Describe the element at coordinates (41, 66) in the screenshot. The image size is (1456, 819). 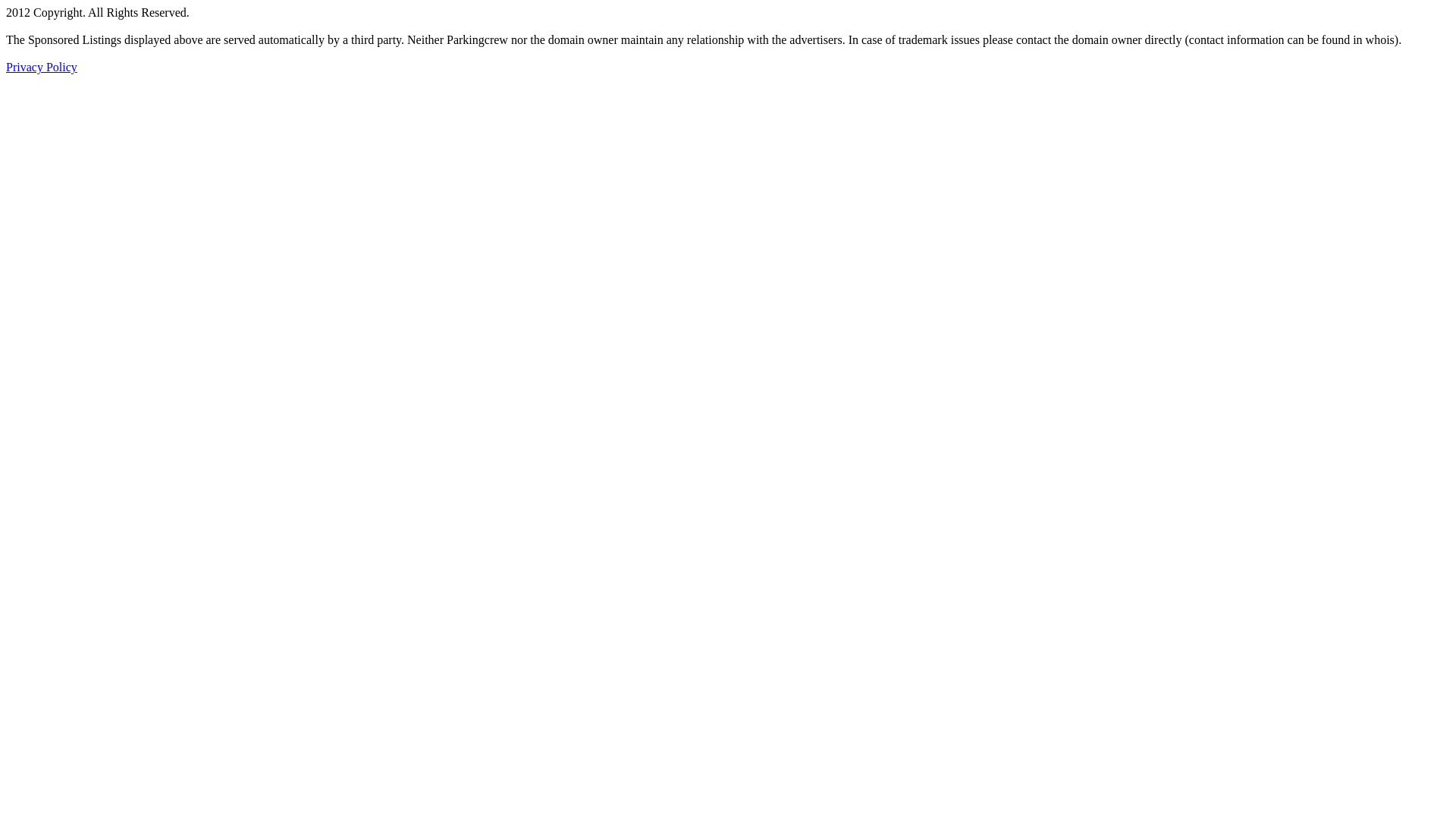
I see `'Privacy Policy'` at that location.